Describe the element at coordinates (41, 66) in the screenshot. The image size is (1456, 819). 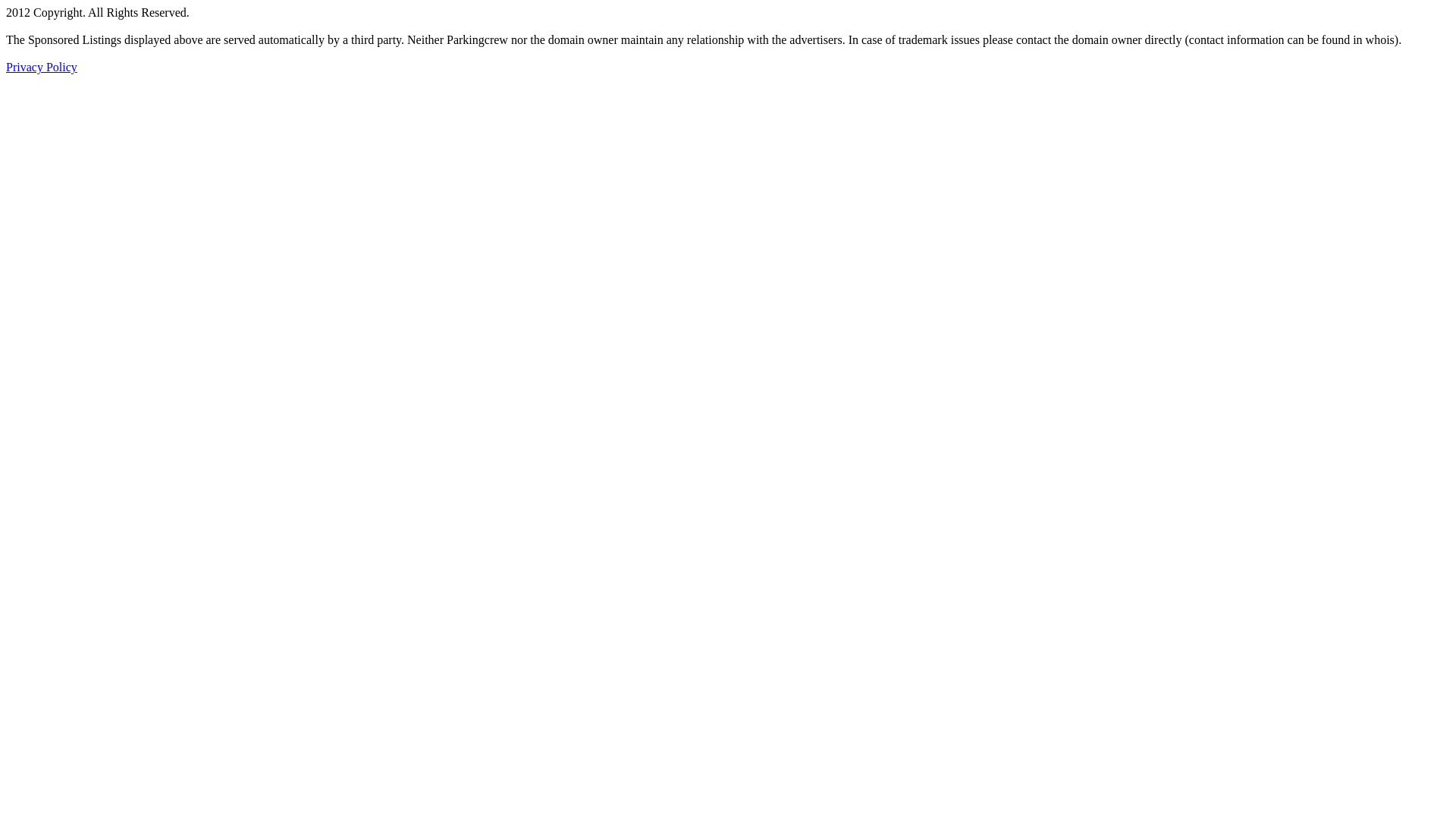
I see `'Privacy Policy'` at that location.